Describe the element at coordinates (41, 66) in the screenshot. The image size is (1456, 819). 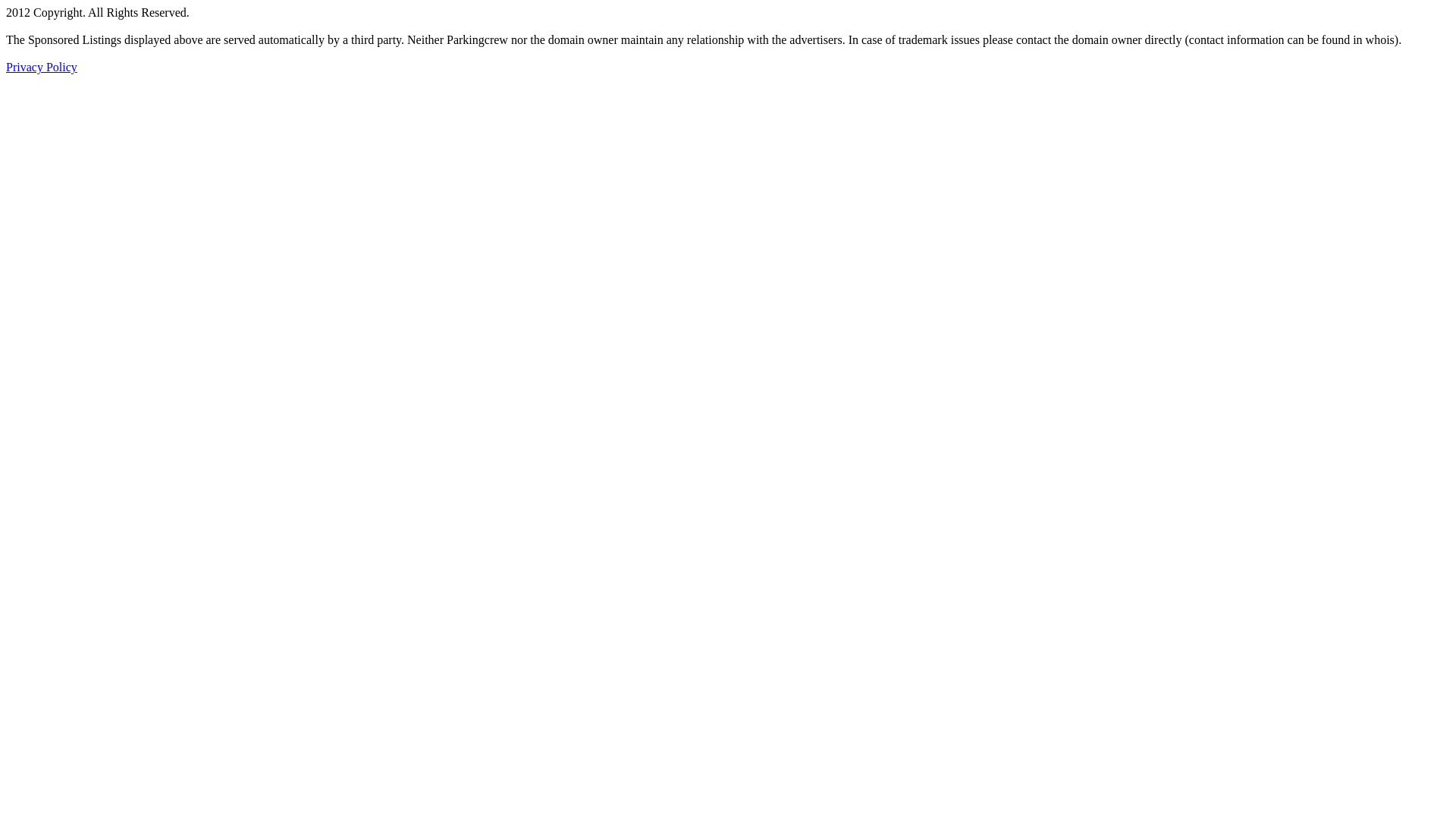
I see `'Privacy Policy'` at that location.